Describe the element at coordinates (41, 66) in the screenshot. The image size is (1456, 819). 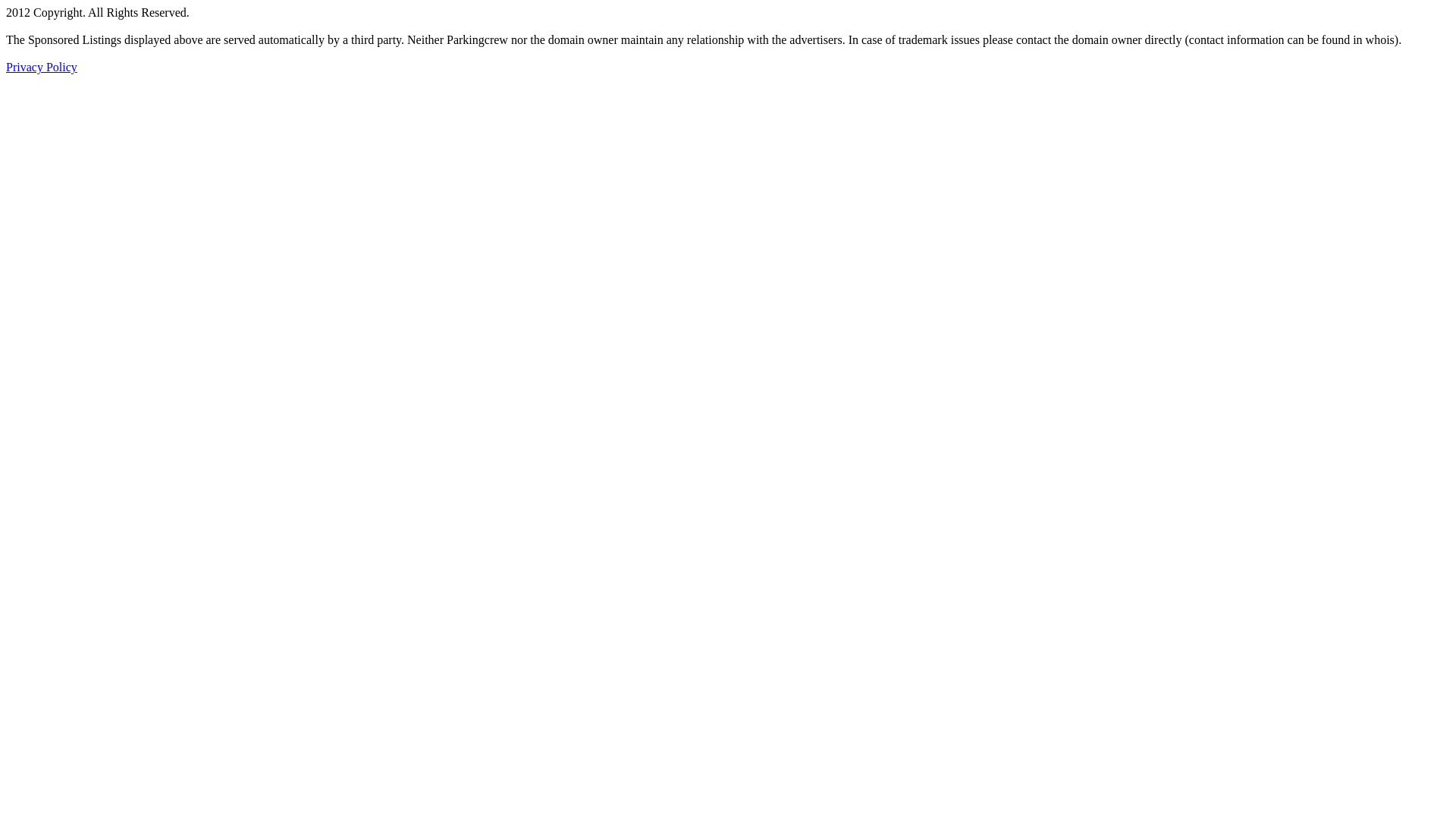
I see `'Privacy Policy'` at that location.